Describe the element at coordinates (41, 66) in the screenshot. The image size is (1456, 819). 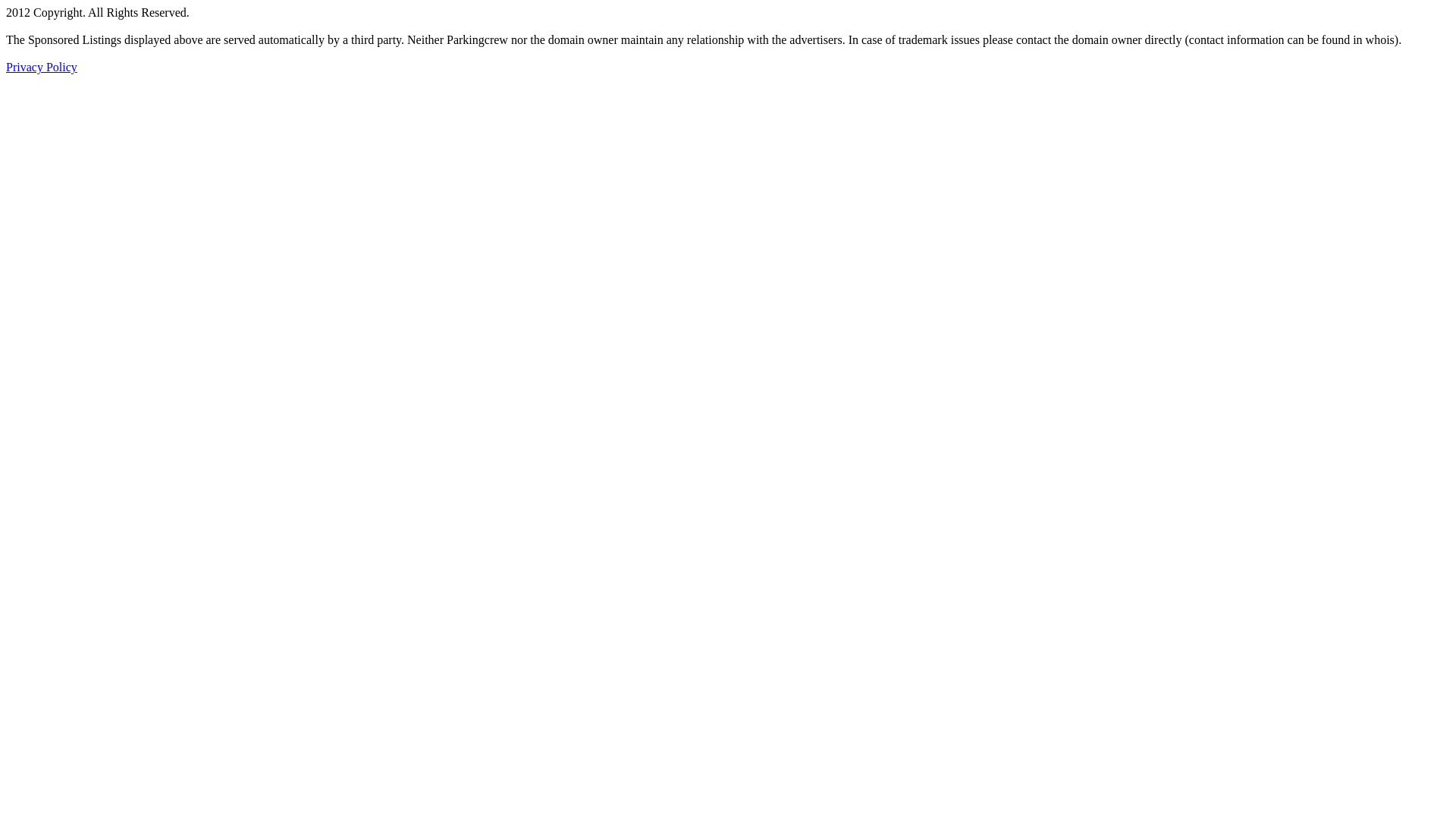
I see `'Privacy Policy'` at that location.